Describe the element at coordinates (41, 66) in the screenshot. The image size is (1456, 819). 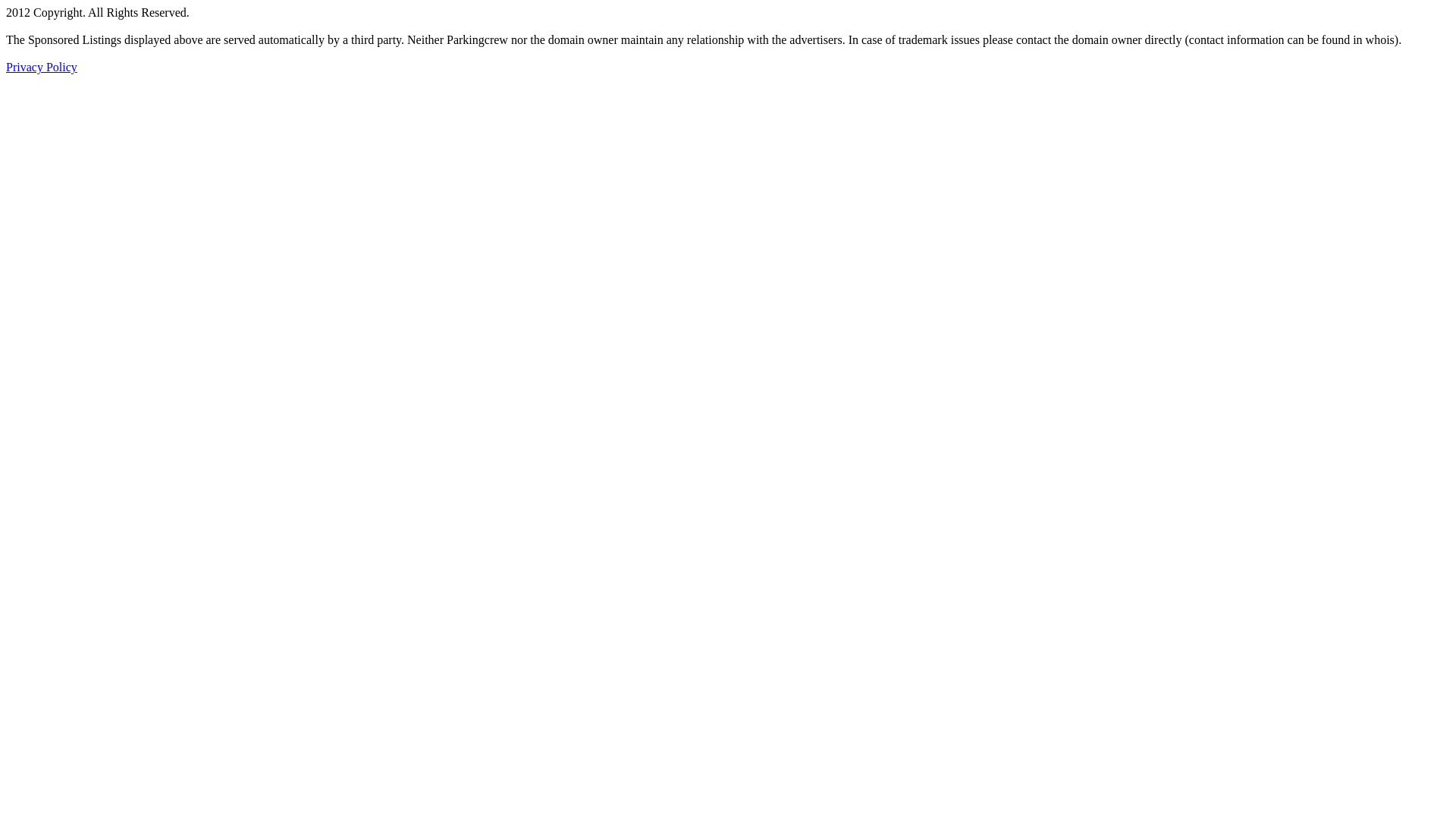
I see `'Privacy Policy'` at that location.